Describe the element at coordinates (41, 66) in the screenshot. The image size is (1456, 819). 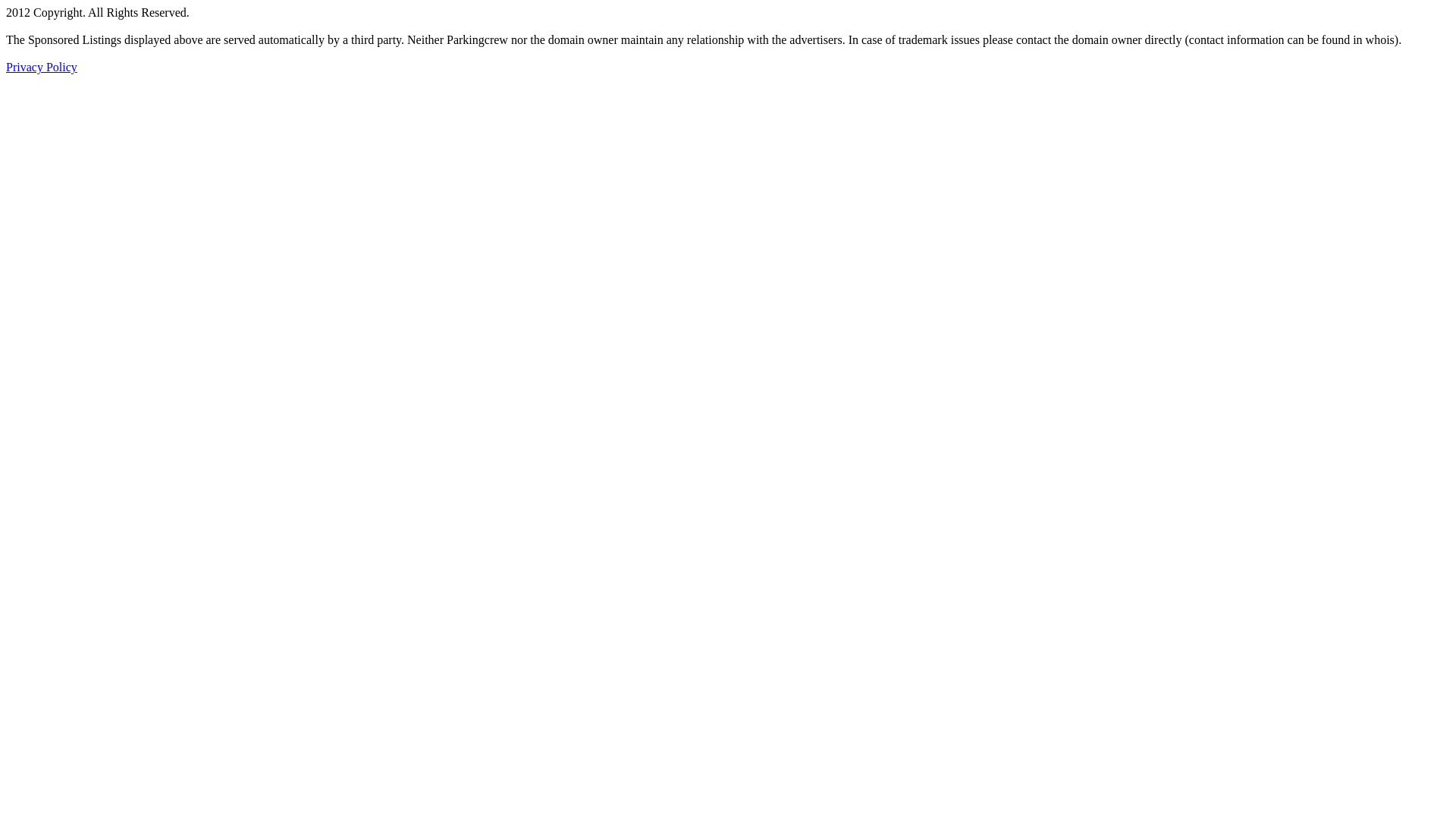
I see `'Privacy Policy'` at that location.